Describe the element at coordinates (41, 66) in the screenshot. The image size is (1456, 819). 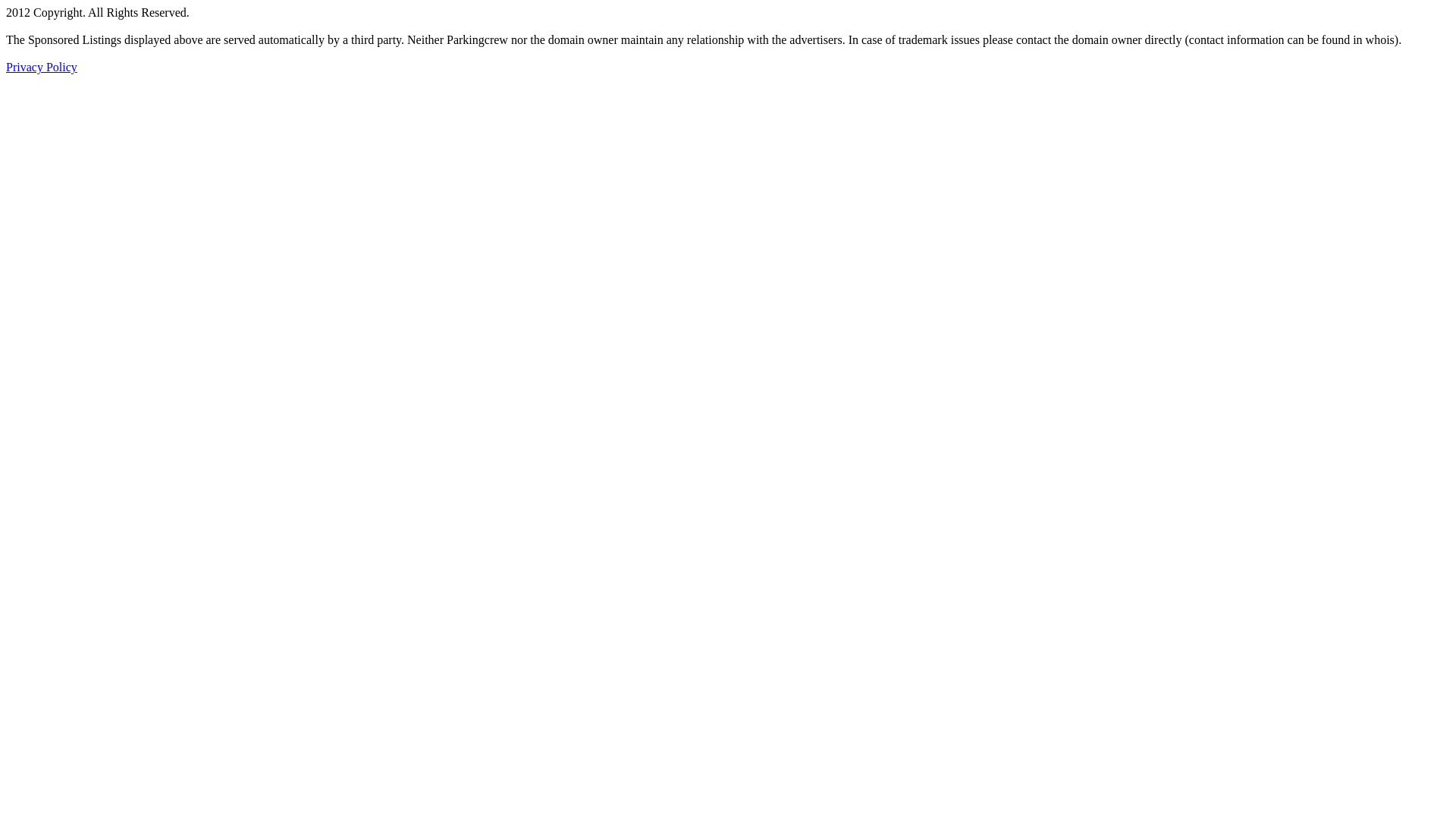
I see `'Privacy Policy'` at that location.